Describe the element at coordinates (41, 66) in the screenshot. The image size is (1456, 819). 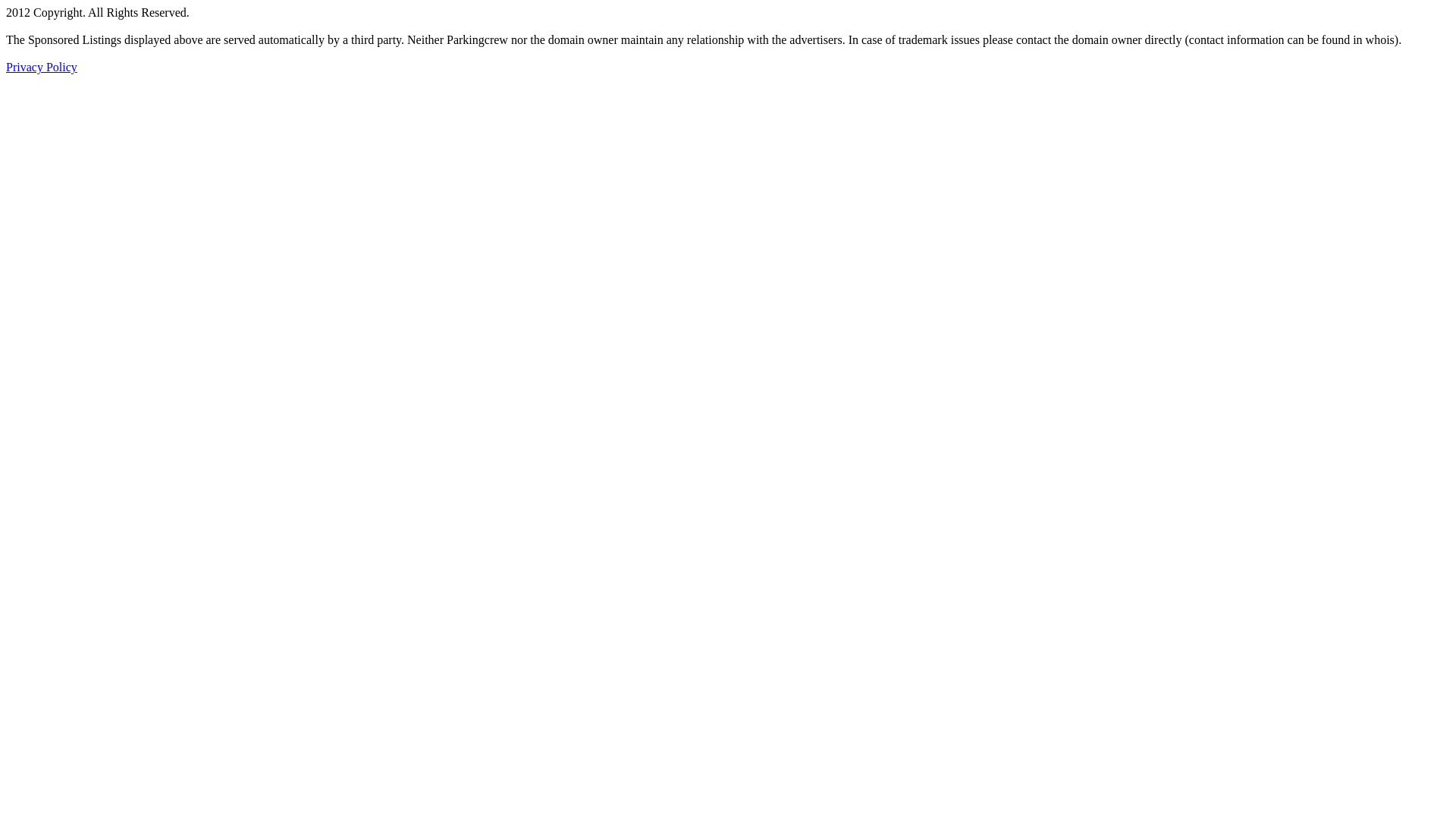
I see `'Privacy Policy'` at that location.